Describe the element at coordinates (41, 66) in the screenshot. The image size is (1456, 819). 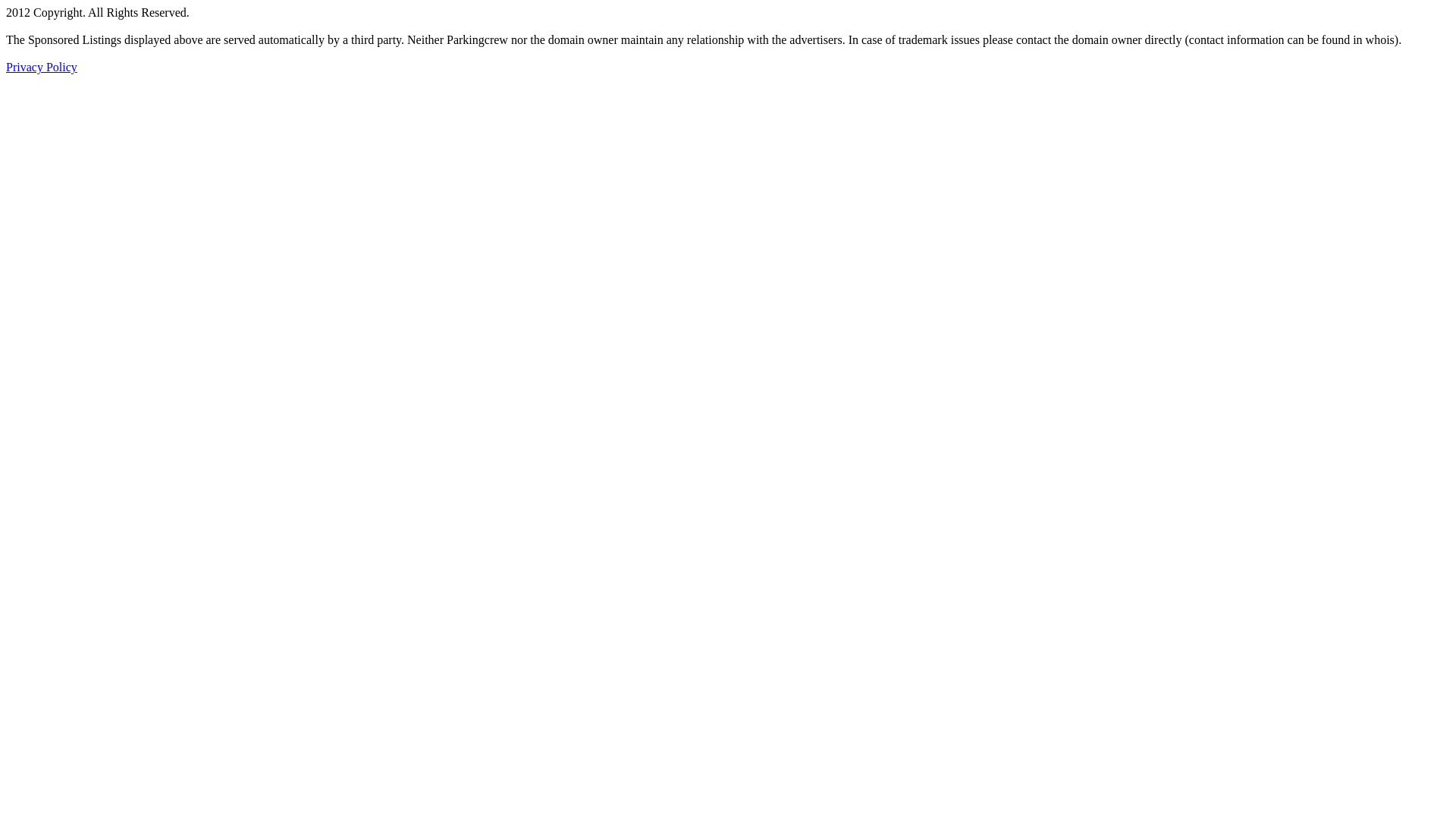
I see `'Privacy Policy'` at that location.